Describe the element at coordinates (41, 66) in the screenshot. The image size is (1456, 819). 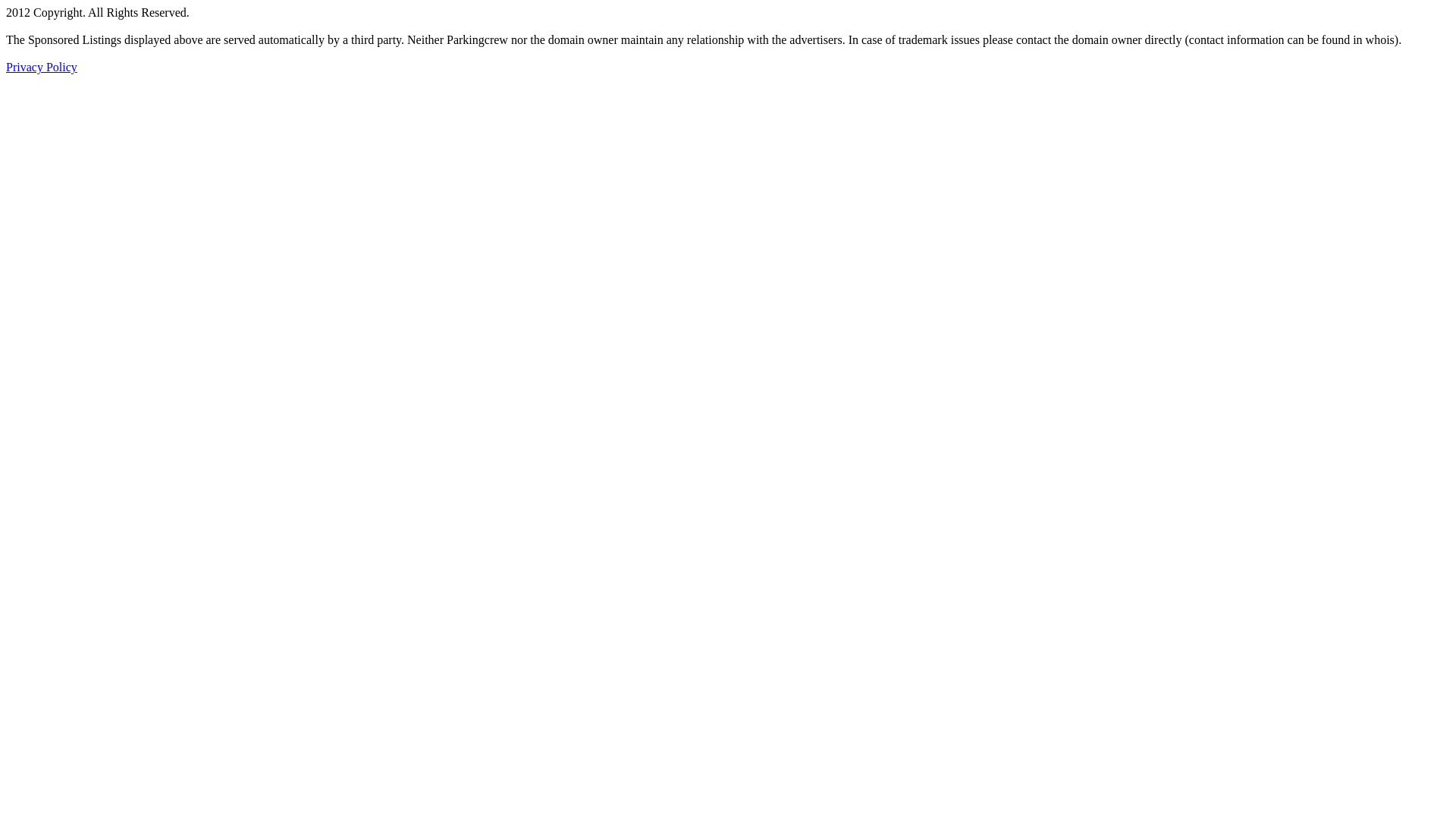
I see `'Privacy Policy'` at that location.